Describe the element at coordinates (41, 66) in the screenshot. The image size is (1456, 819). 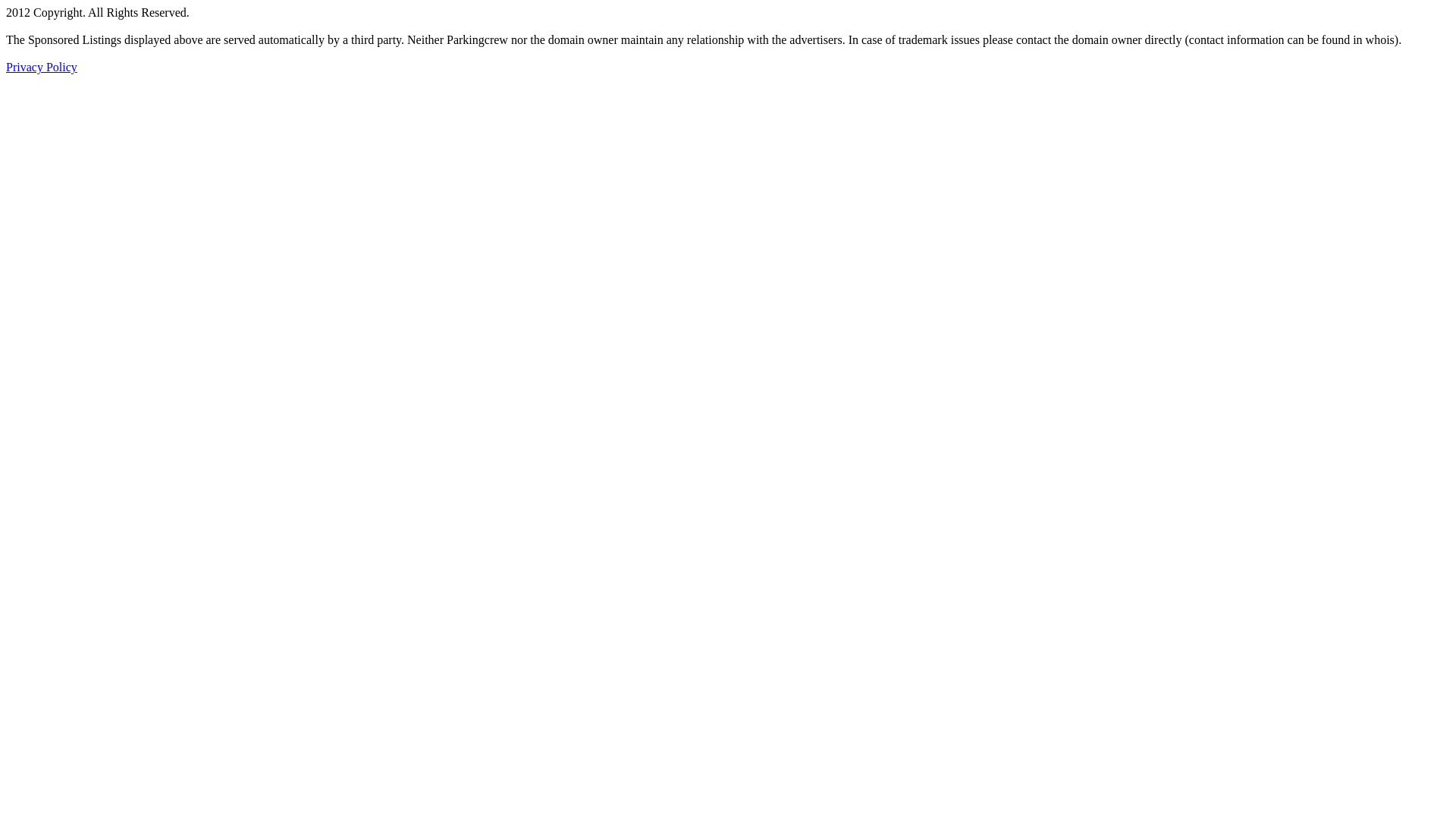
I see `'Privacy Policy'` at that location.